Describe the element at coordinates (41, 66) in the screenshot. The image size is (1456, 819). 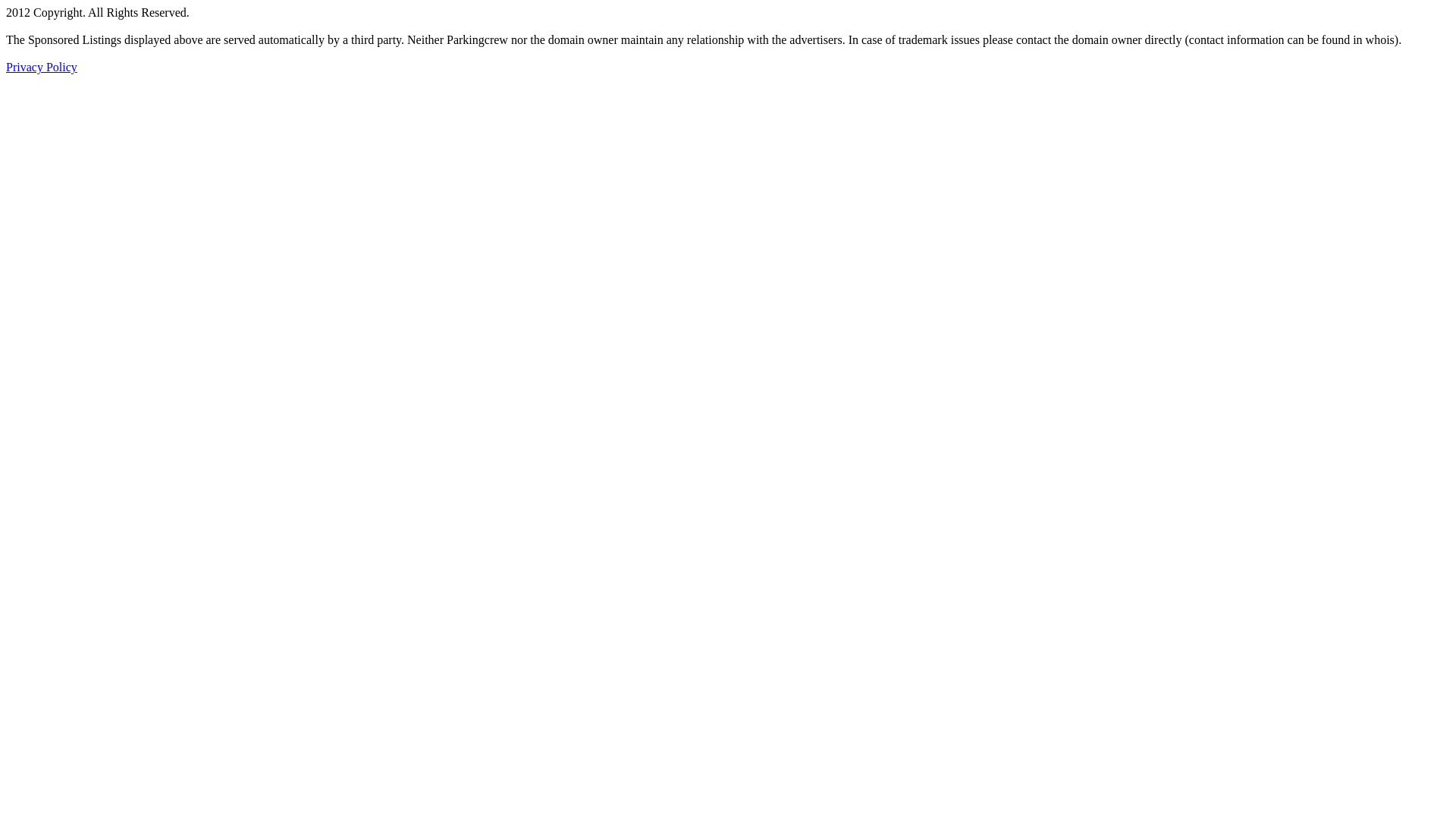
I see `'Privacy Policy'` at that location.